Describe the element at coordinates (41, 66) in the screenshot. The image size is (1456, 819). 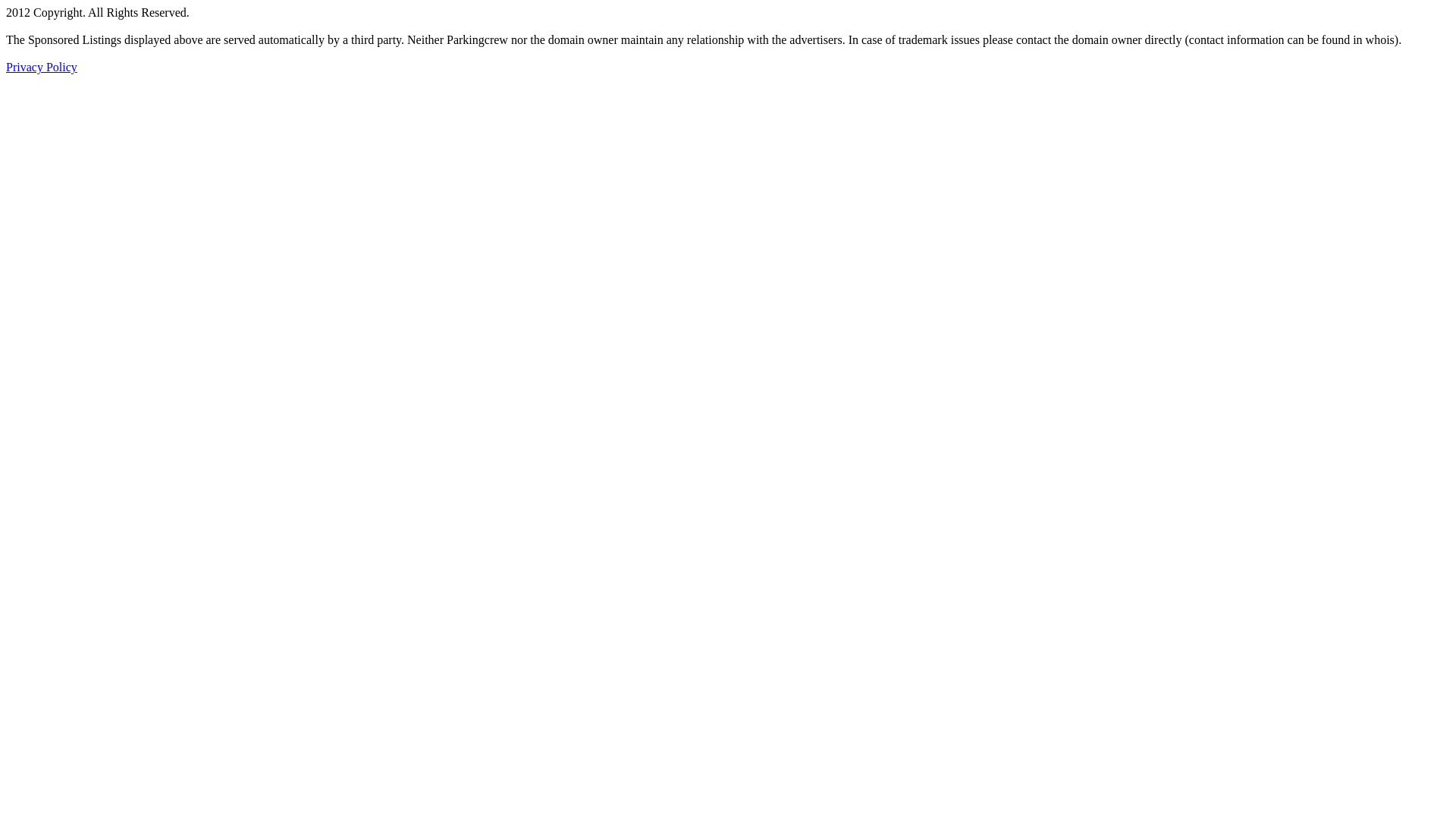
I see `'Privacy Policy'` at that location.